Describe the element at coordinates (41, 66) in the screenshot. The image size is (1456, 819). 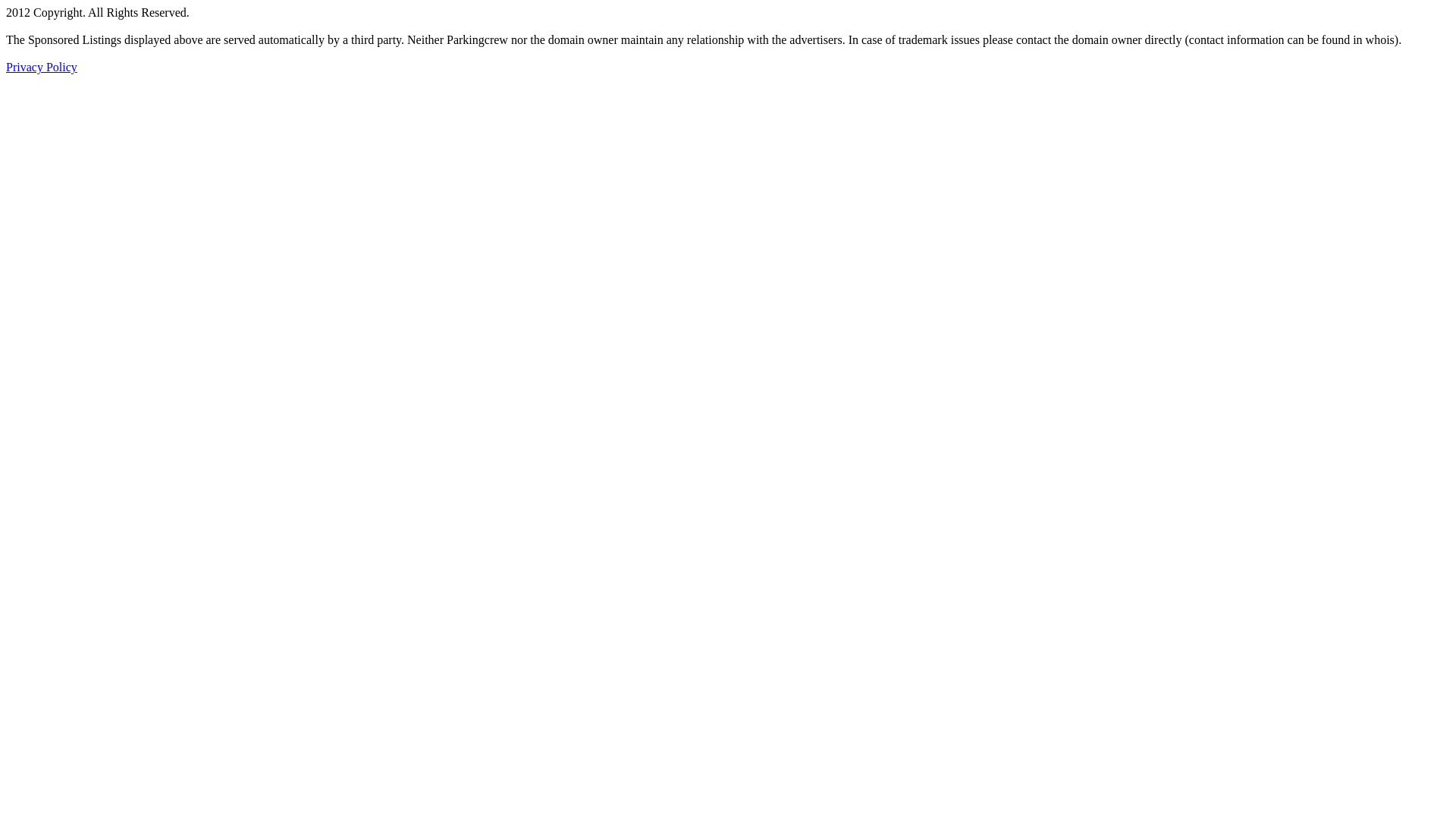
I see `'Privacy Policy'` at that location.